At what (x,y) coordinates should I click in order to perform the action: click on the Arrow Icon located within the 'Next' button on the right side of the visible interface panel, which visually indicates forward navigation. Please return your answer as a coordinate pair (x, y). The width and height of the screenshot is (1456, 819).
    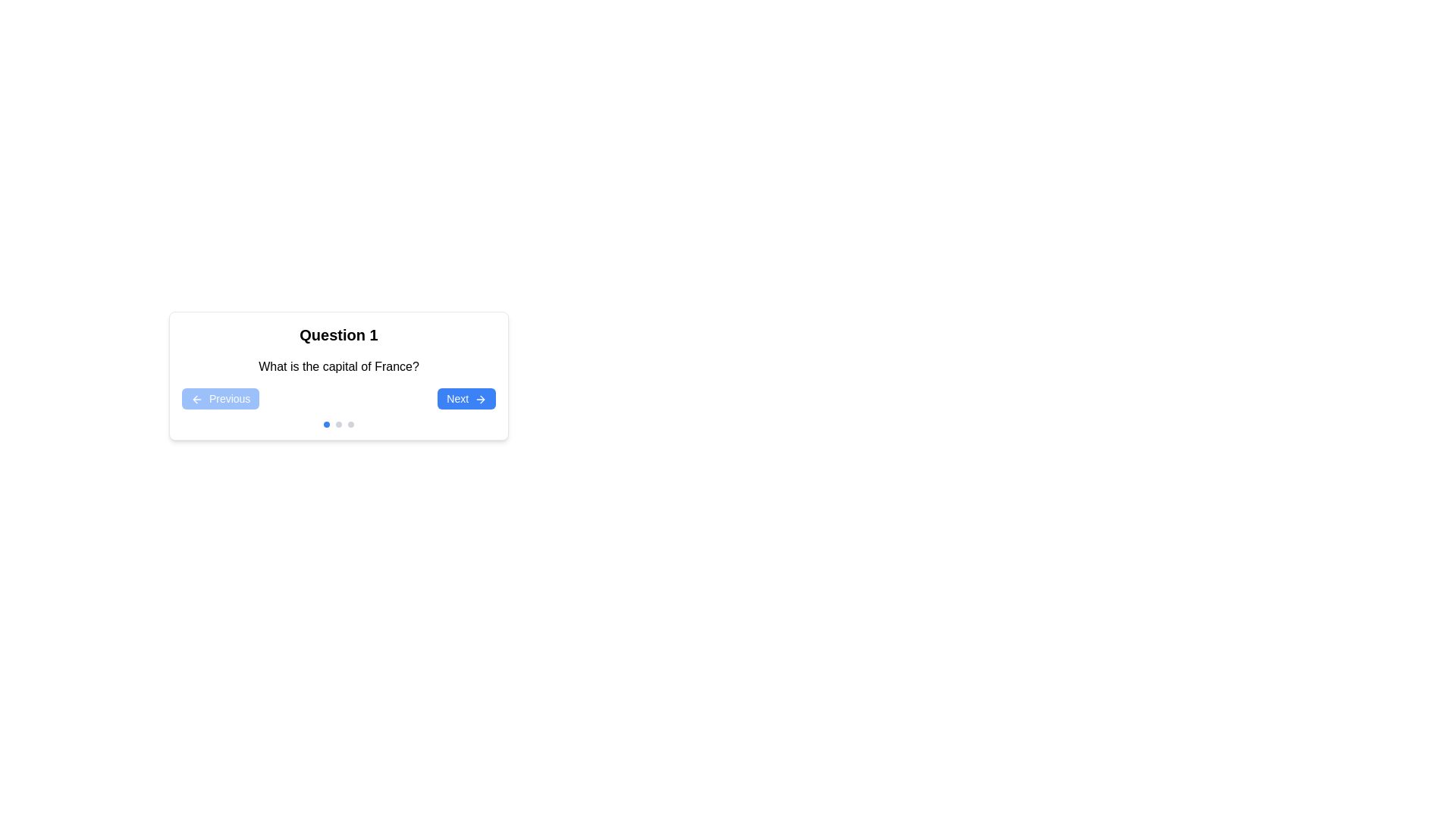
    Looking at the image, I should click on (482, 399).